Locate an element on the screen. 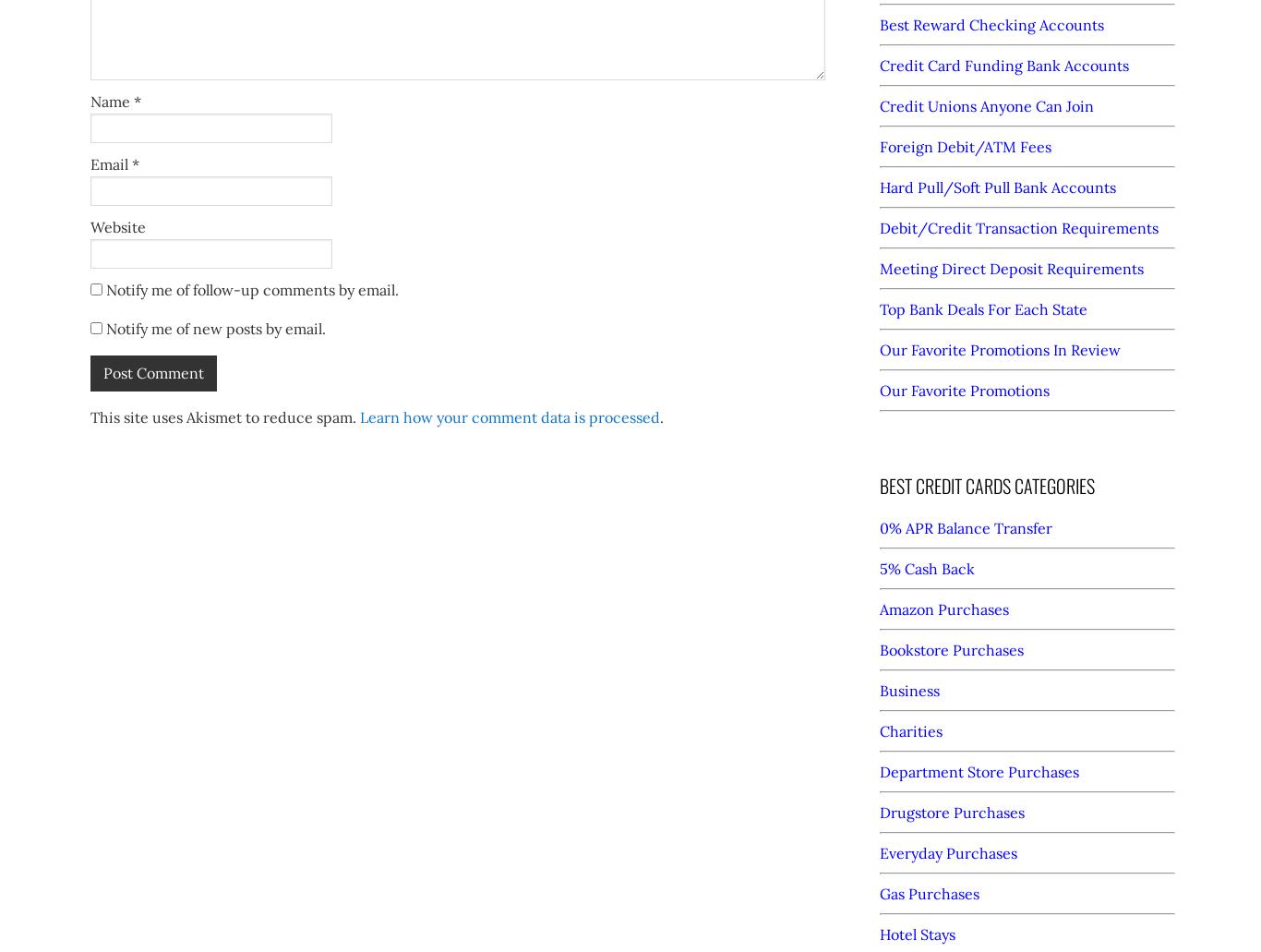 This screenshot has width=1261, height=952. 'Credit Unions Anyone Can Join' is located at coordinates (986, 104).